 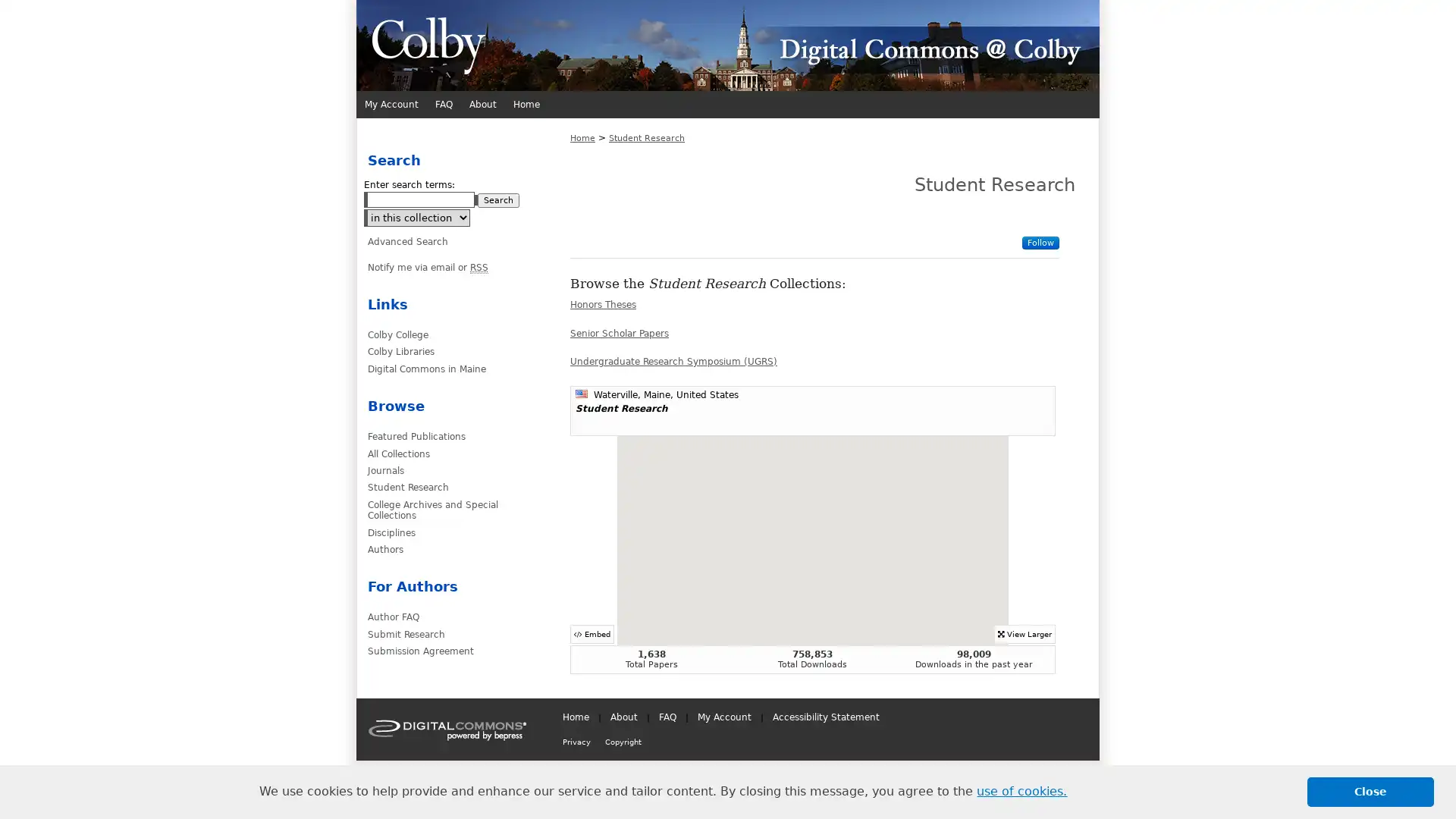 I want to click on learn more about cookies, so click(x=1021, y=791).